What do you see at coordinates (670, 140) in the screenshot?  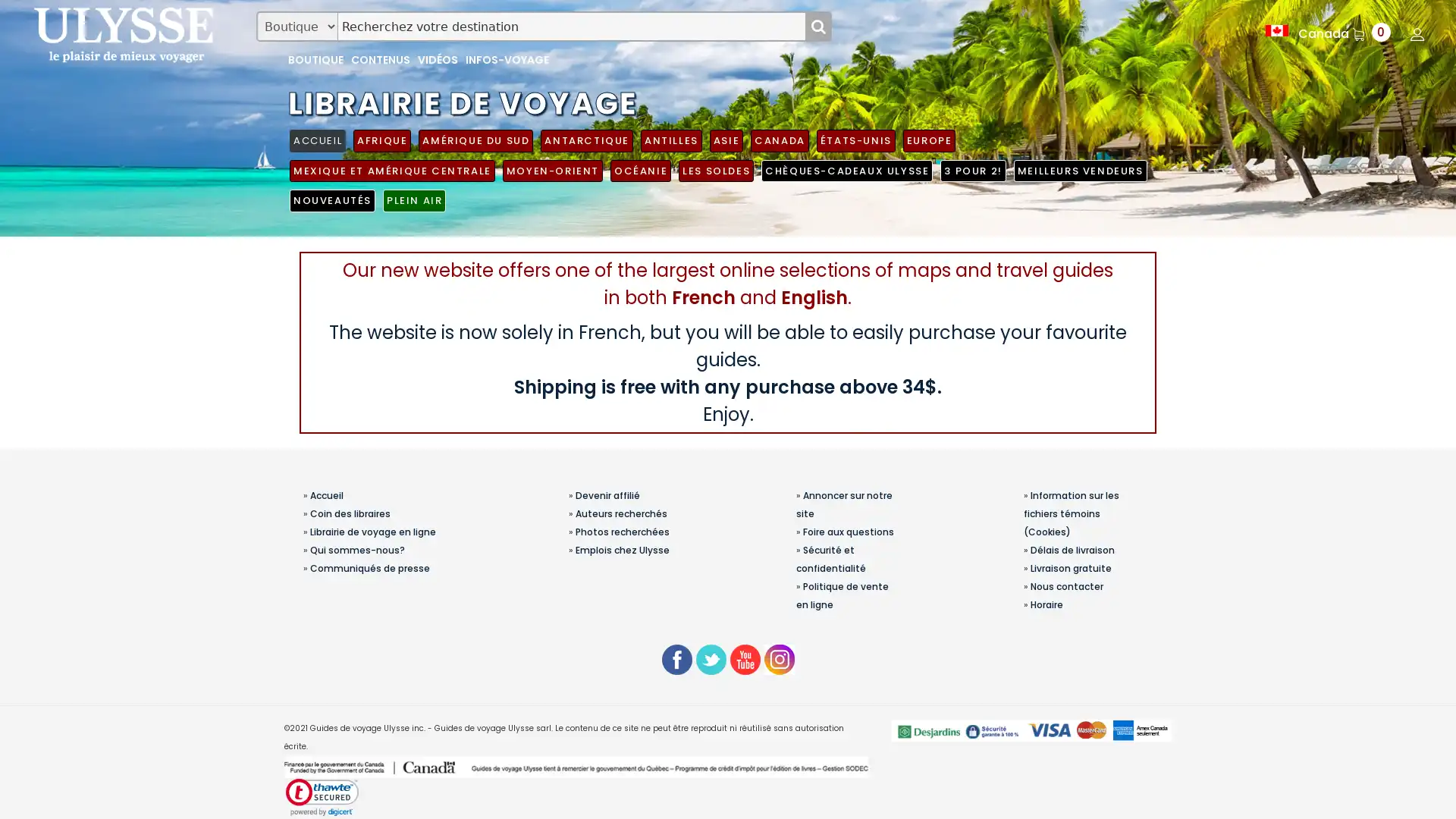 I see `ANTILLES` at bounding box center [670, 140].